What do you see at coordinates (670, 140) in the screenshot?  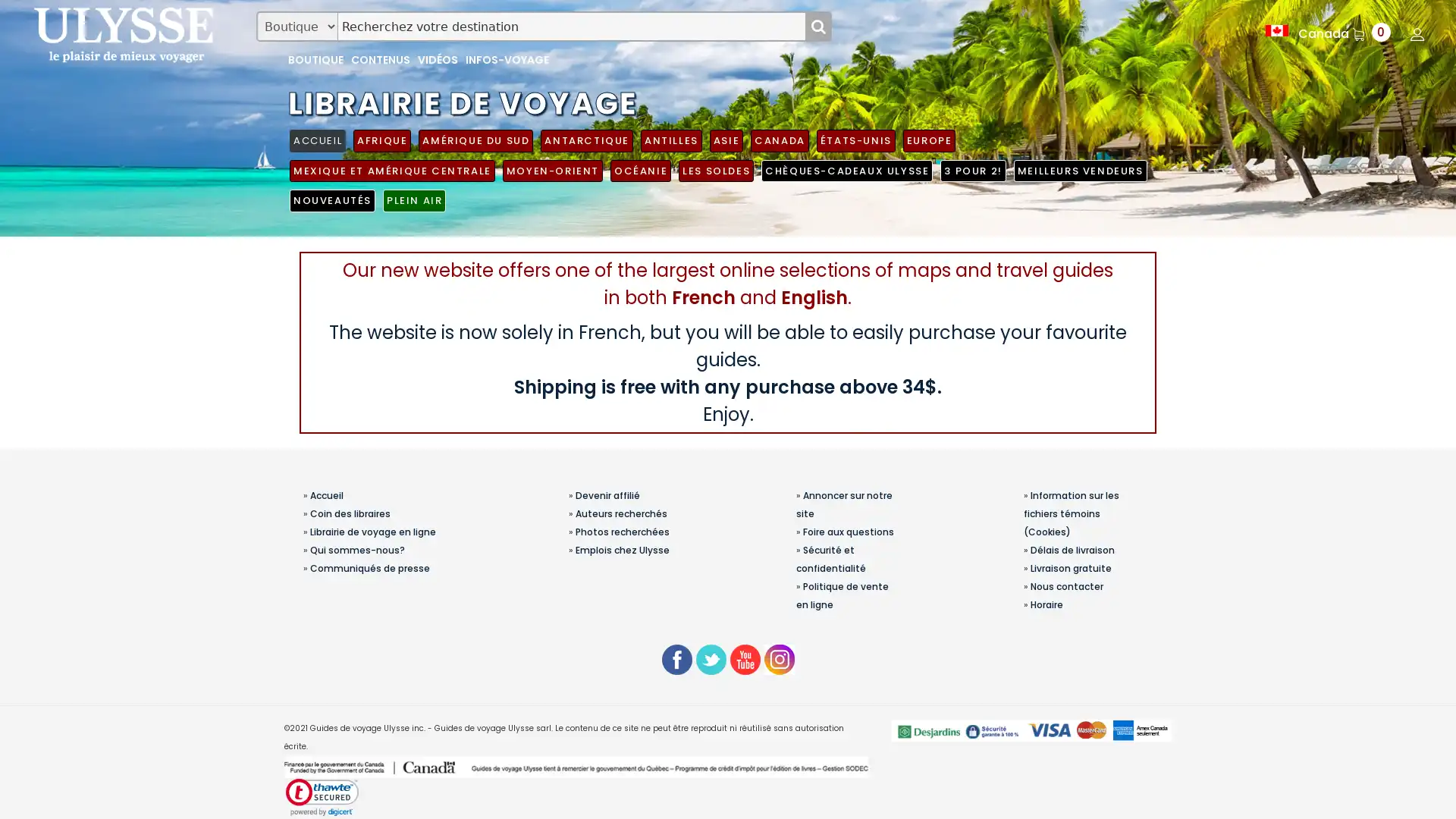 I see `ANTILLES` at bounding box center [670, 140].